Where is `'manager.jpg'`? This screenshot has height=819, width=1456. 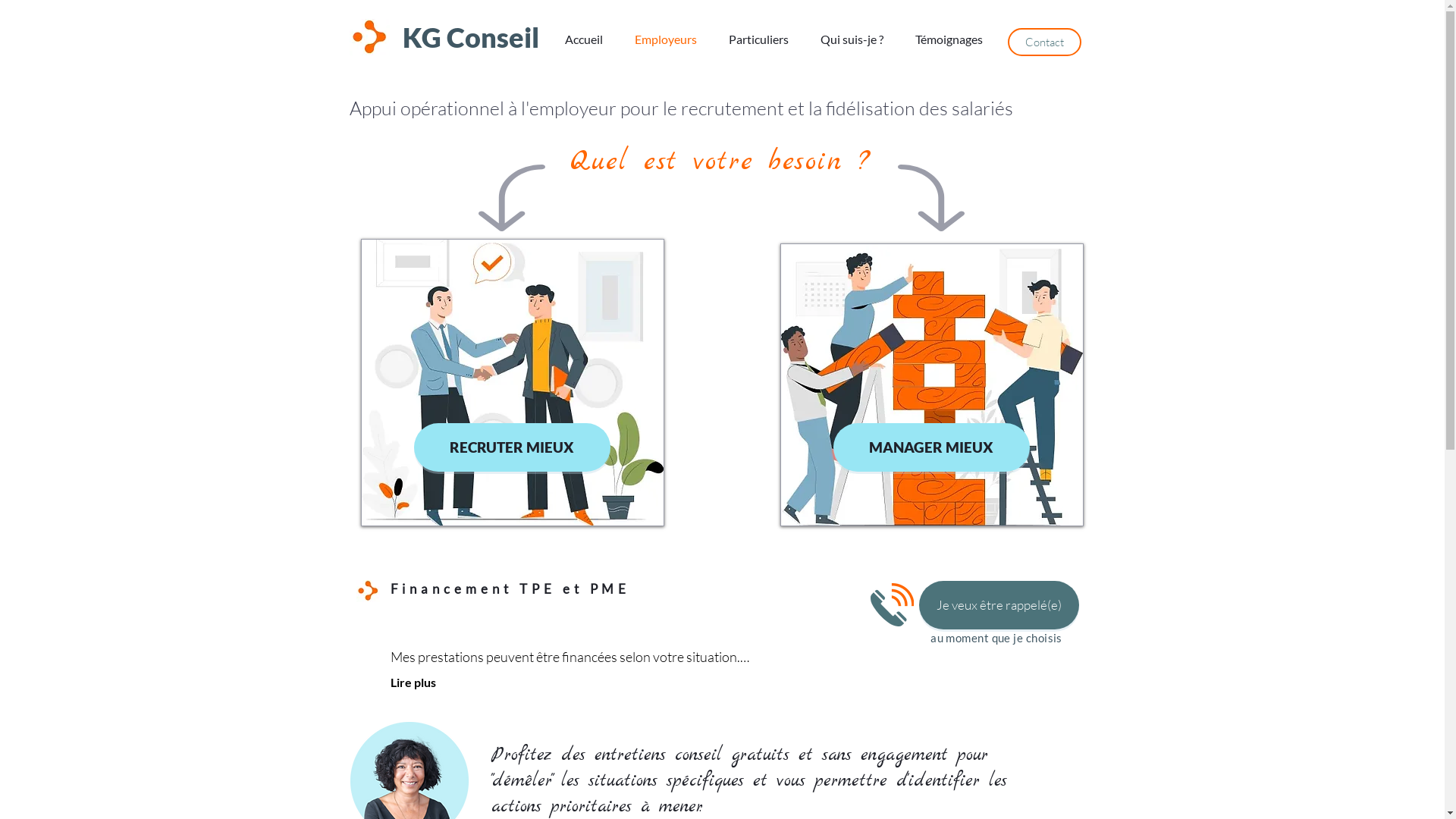 'manager.jpg' is located at coordinates (930, 384).